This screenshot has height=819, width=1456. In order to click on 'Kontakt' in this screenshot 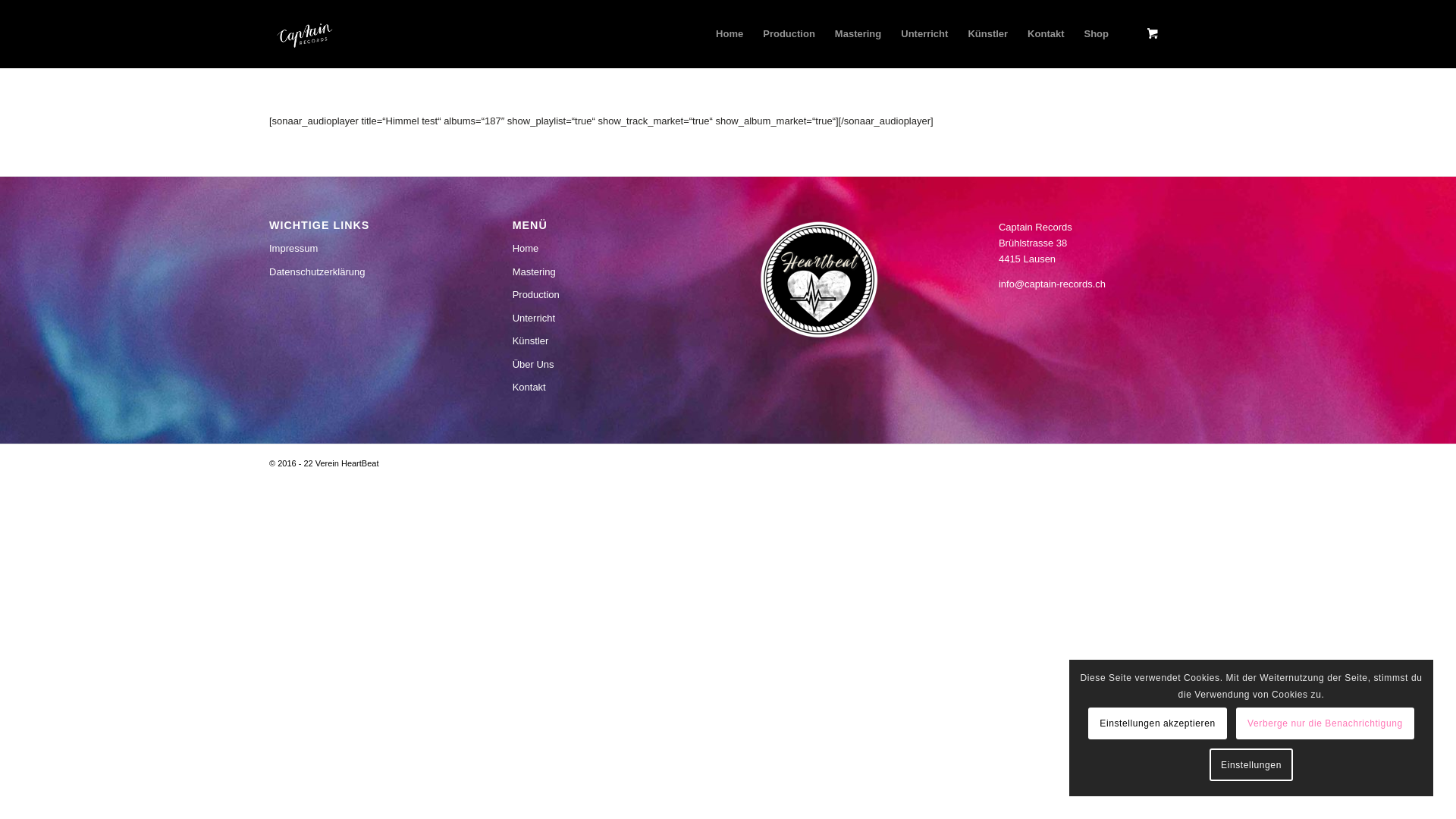, I will do `click(513, 386)`.